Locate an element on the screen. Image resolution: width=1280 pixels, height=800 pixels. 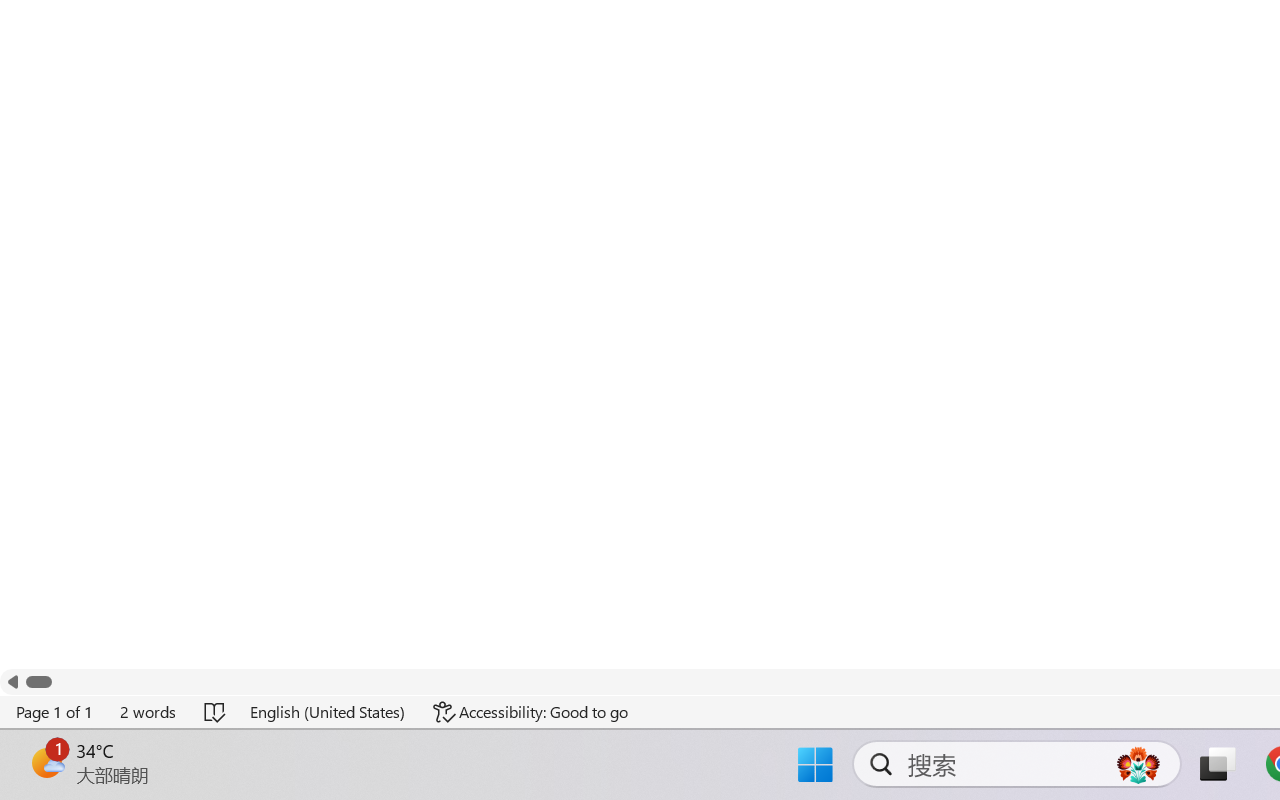
'Language English (United States)' is located at coordinates (328, 711).